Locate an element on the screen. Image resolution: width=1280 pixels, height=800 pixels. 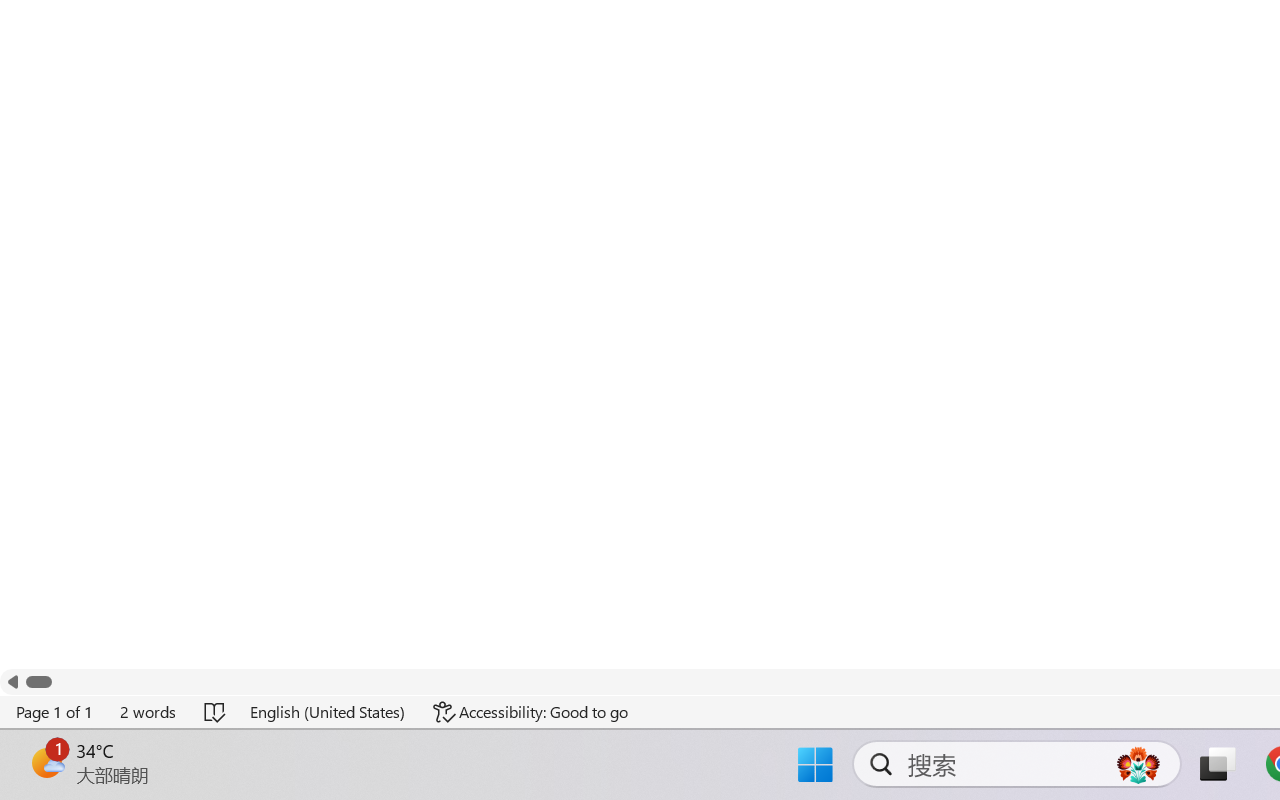
'Language English (United States)' is located at coordinates (328, 711).